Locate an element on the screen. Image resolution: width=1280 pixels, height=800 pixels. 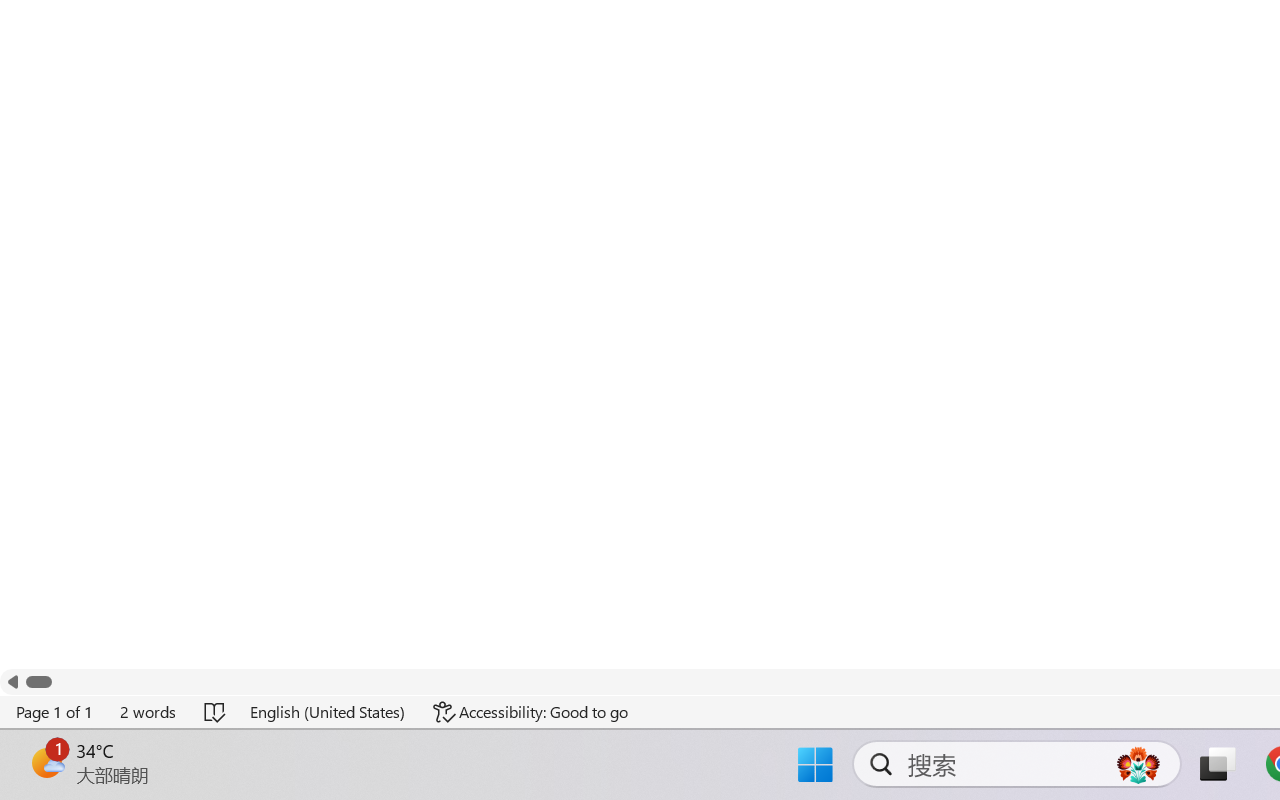
'Language English (United States)' is located at coordinates (328, 711).